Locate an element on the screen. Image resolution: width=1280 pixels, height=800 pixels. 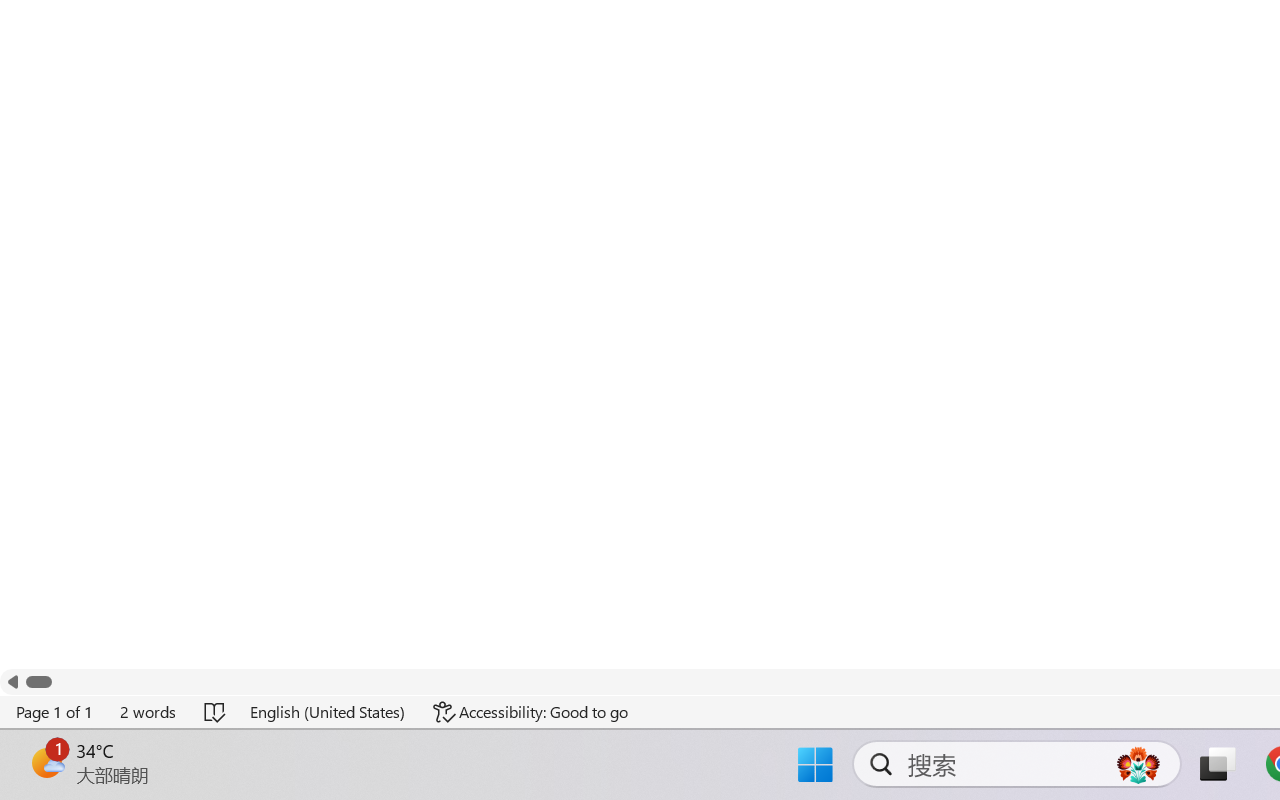
'Language English (United States)' is located at coordinates (328, 711).